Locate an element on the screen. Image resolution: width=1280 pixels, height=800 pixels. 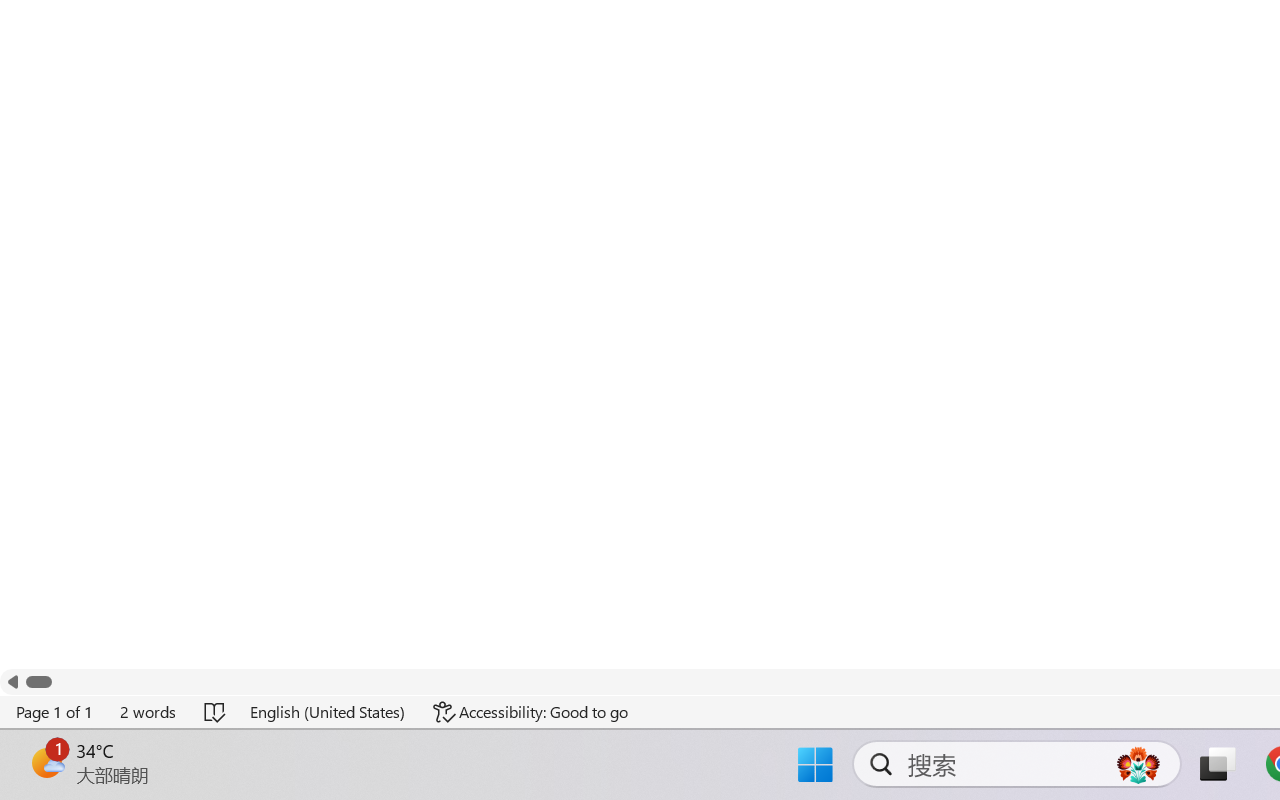
'Language English (United States)' is located at coordinates (328, 711).